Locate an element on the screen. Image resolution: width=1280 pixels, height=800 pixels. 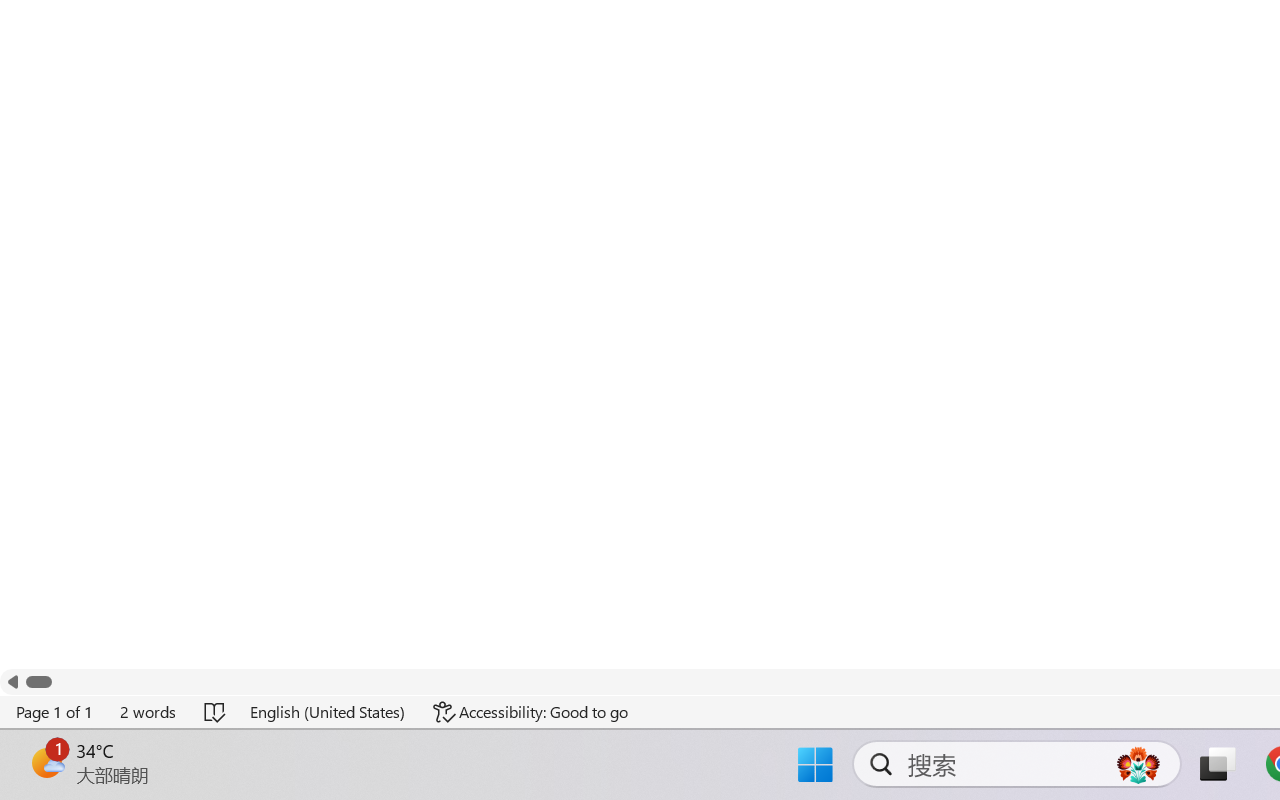
'Language English (United States)' is located at coordinates (328, 711).